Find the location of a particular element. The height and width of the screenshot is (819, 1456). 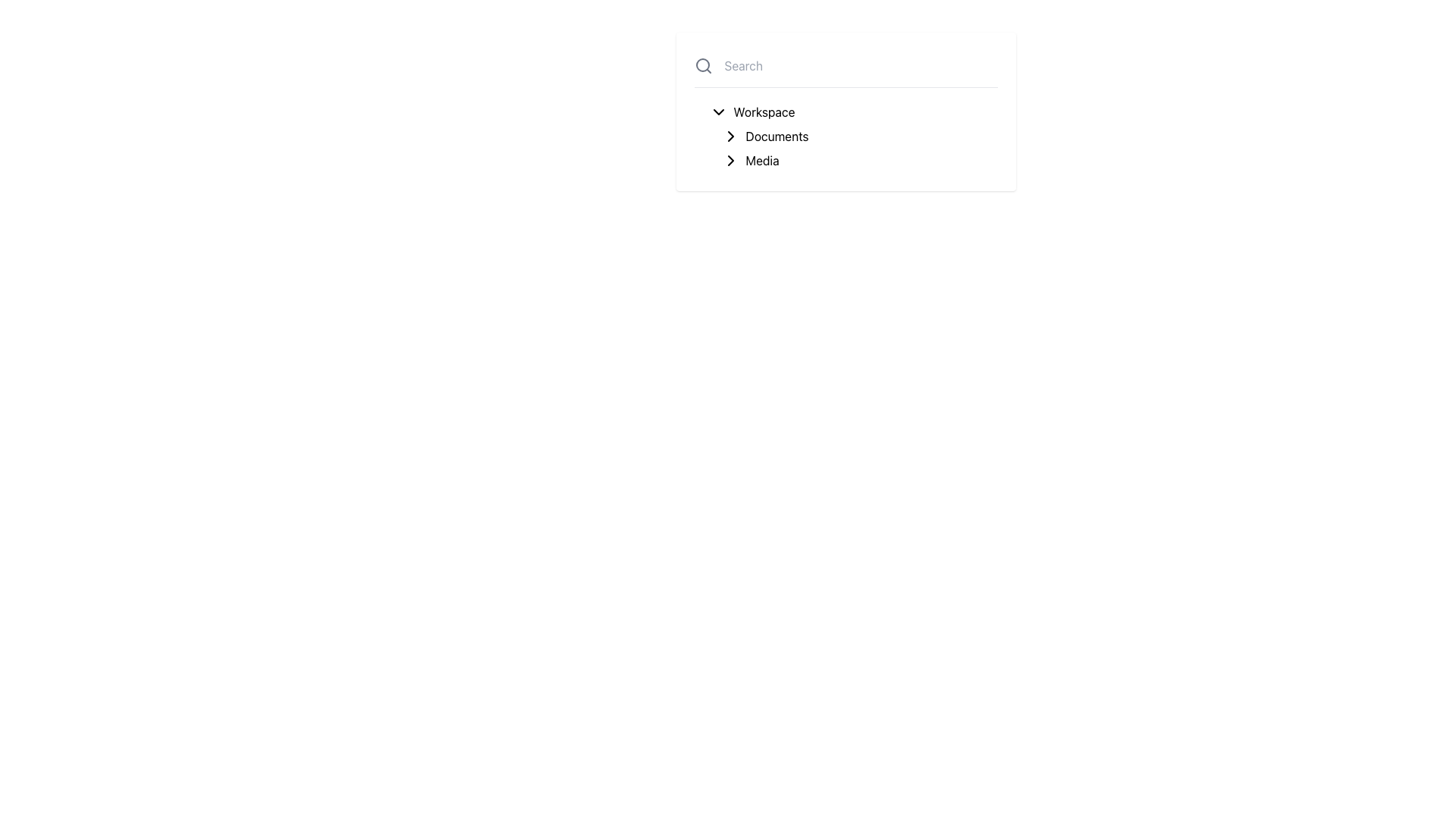

the navigational label for 'Workspace', which is the first item in a vertical list under a collapsible section header with a downward arrow icon is located at coordinates (764, 111).